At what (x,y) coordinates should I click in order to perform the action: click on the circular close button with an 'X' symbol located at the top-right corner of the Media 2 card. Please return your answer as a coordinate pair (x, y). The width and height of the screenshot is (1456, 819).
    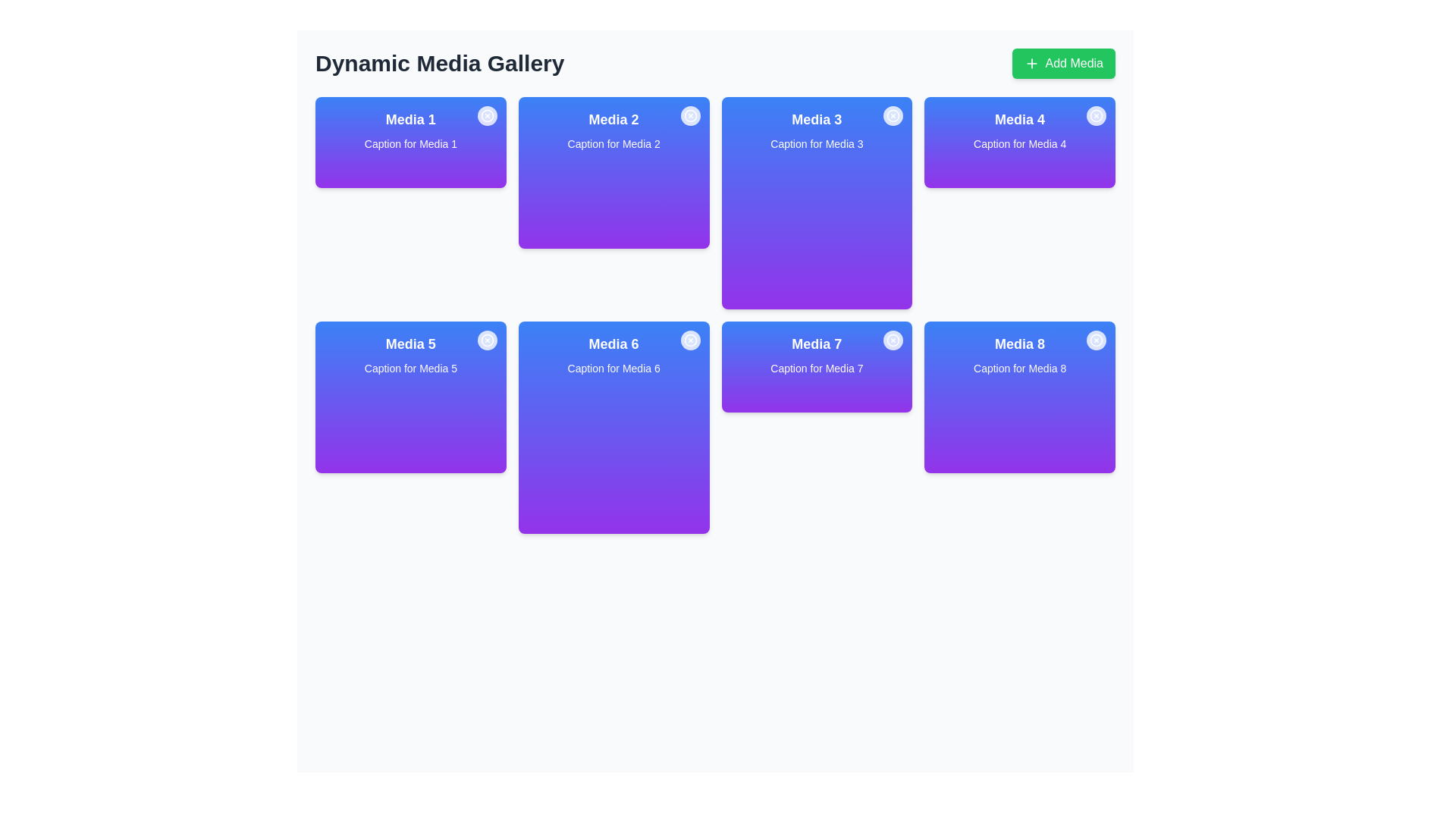
    Looking at the image, I should click on (689, 115).